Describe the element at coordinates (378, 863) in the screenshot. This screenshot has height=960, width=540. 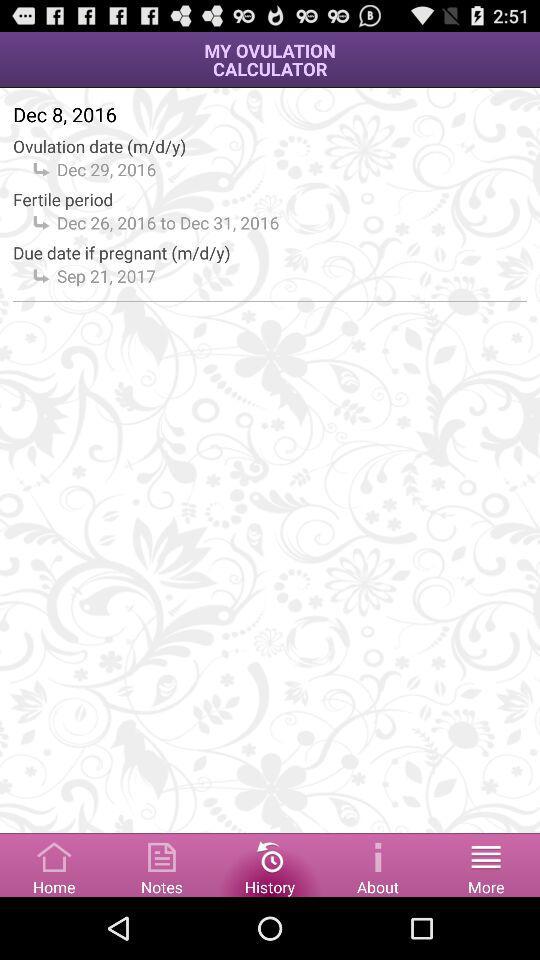
I see `about` at that location.